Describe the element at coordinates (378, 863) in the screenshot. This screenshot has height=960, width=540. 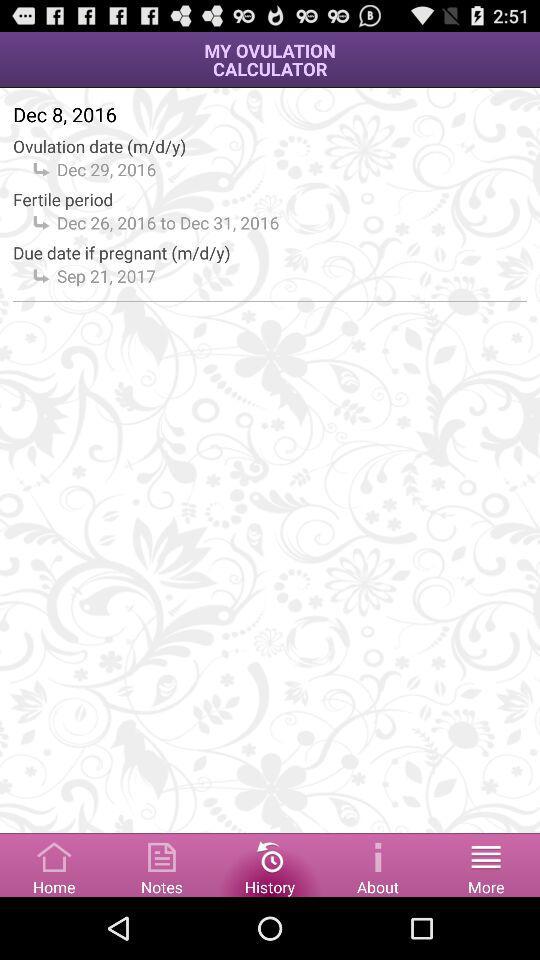
I see `about` at that location.